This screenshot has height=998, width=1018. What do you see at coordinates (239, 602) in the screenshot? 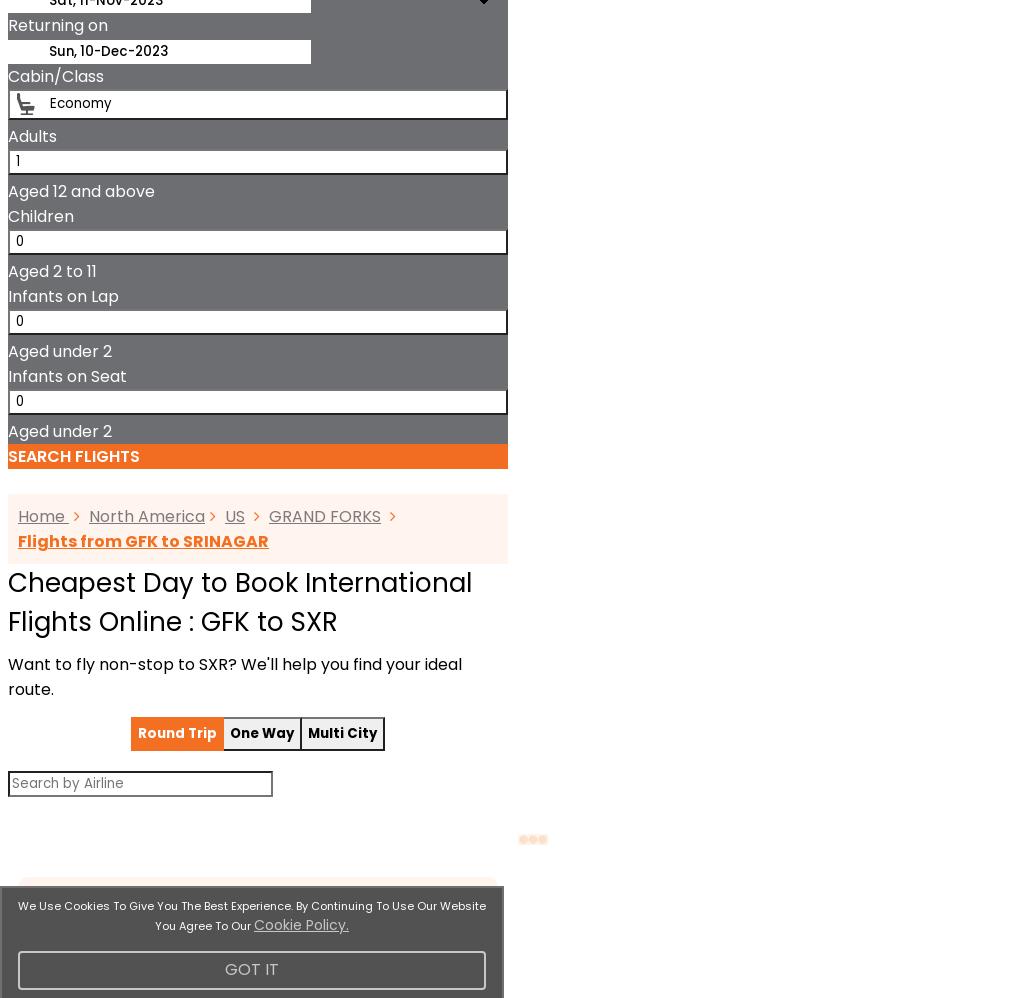
I see `'Cheapest Day to Book International Flights Online :'` at bounding box center [239, 602].